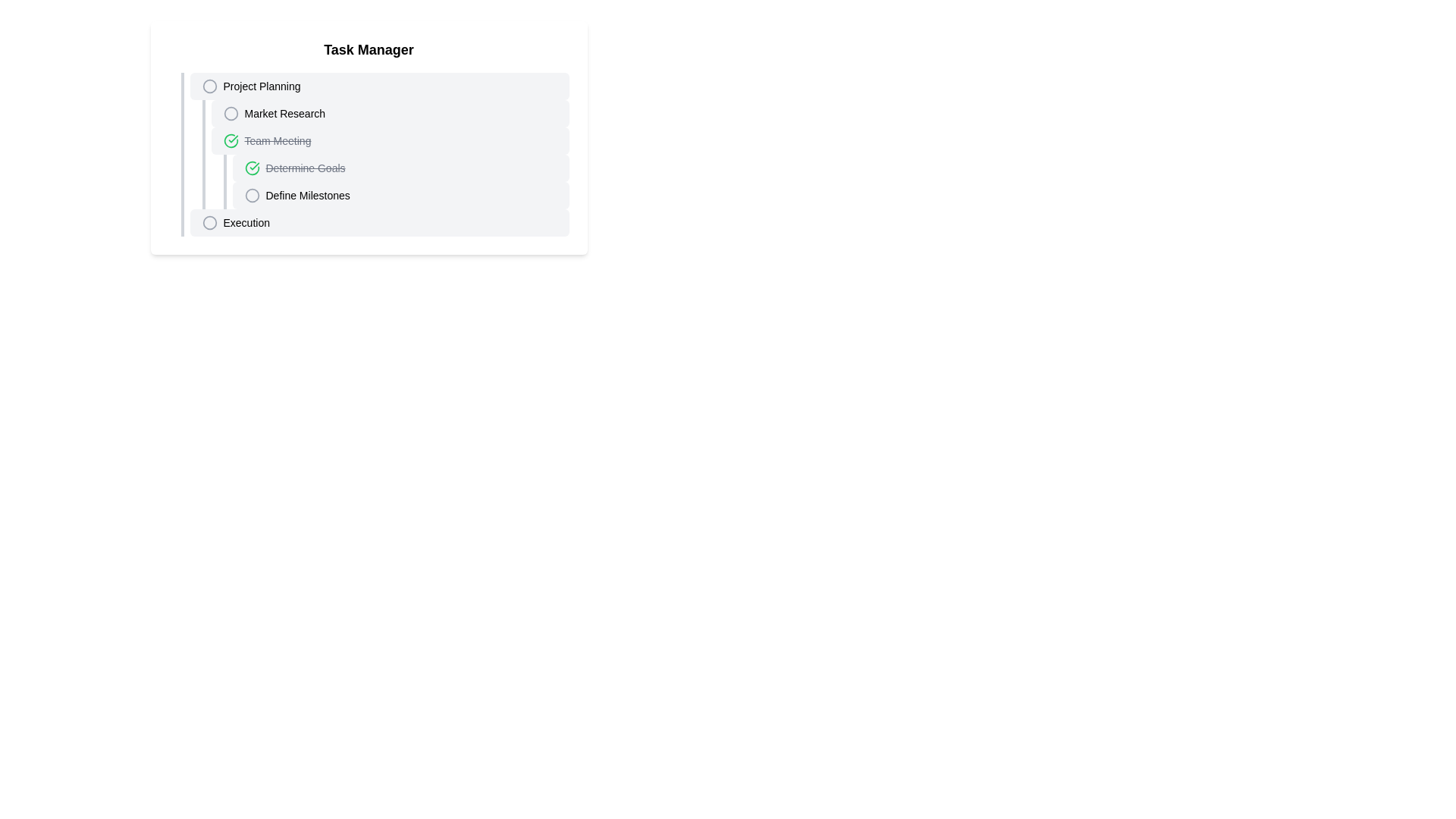  What do you see at coordinates (390, 180) in the screenshot?
I see `the status of the List item group under the 'Team Meeting' section, which includes 'Determine Goals' (completed) and 'Define Milestones' (pending)` at bounding box center [390, 180].